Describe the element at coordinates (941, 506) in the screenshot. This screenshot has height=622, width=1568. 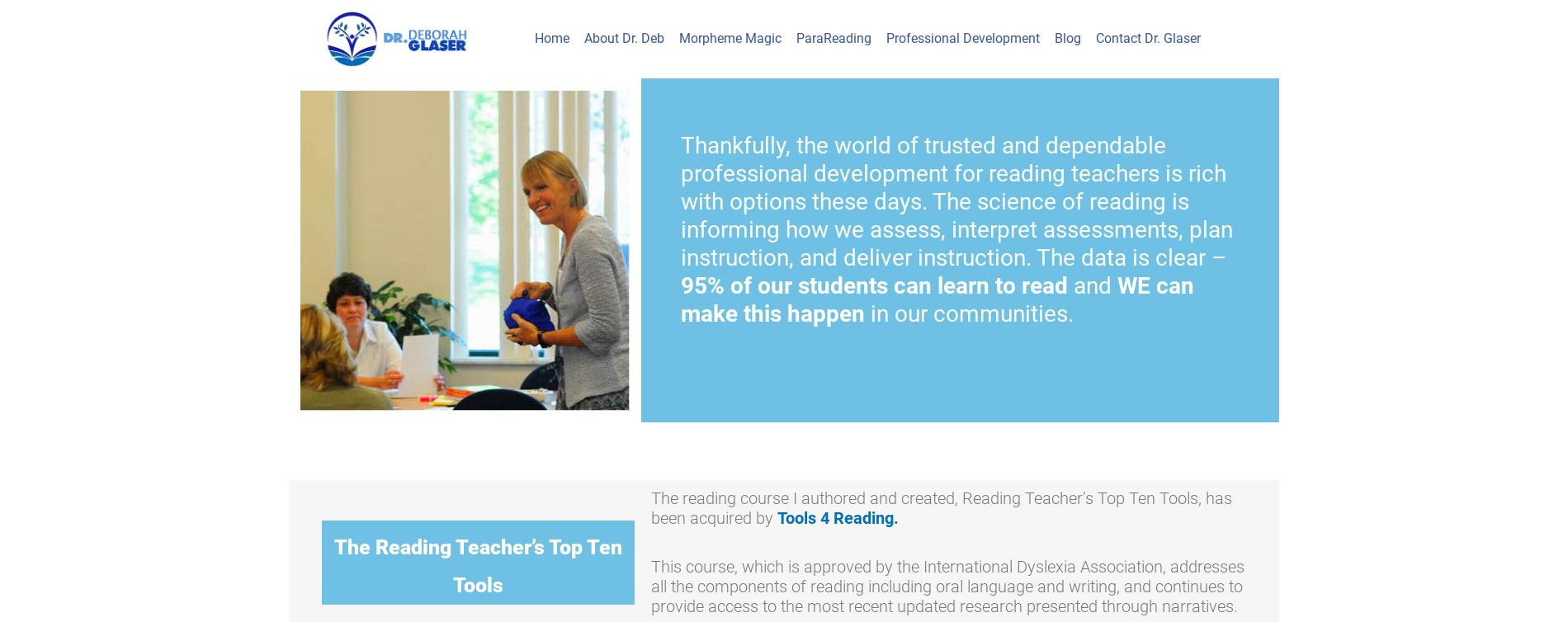
I see `'The reading course I authored and created, Reading Teacher’s Top Ten Tools, has been acquired by'` at that location.